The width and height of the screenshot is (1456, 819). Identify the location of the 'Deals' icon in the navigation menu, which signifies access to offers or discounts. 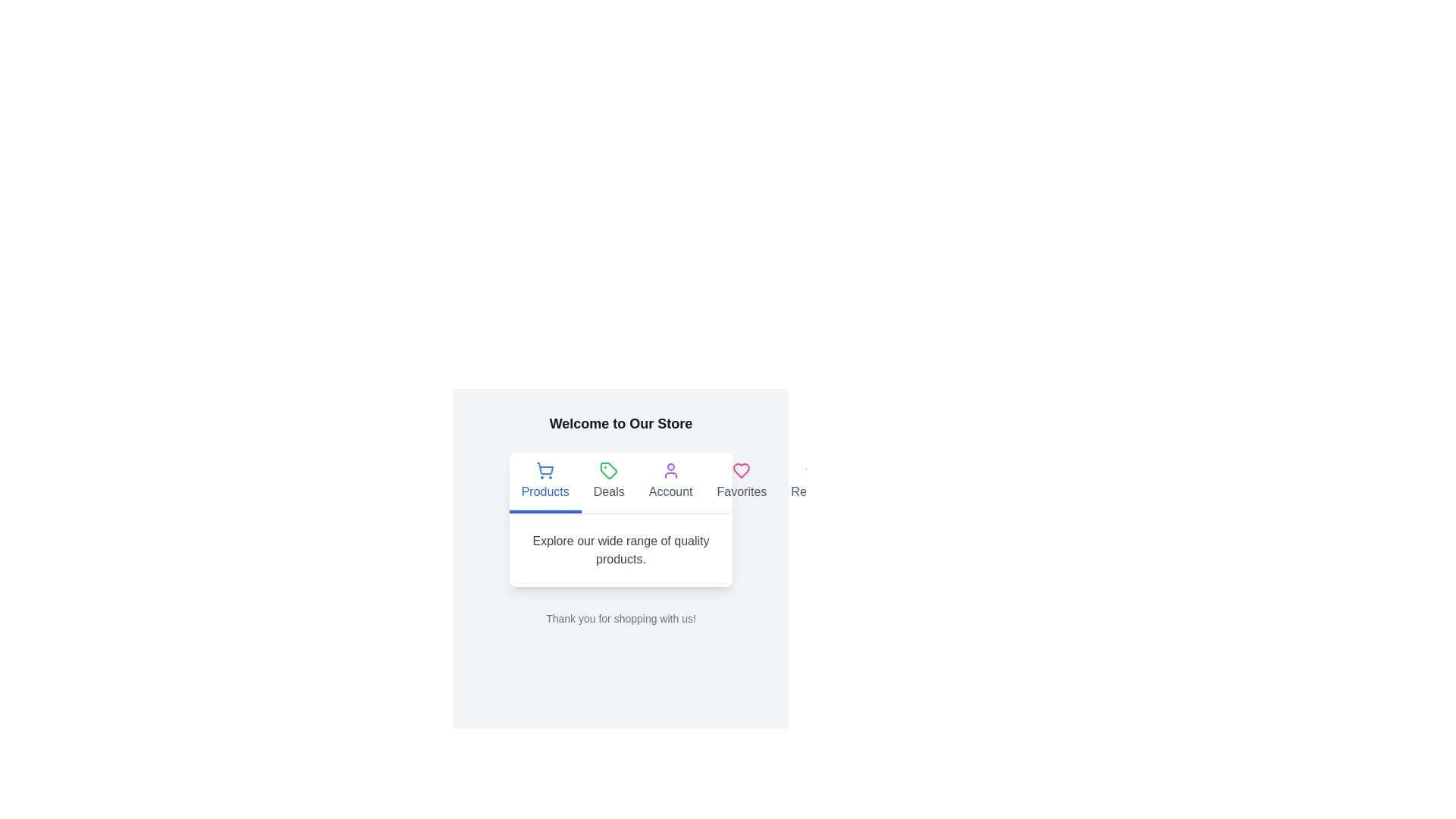
(609, 470).